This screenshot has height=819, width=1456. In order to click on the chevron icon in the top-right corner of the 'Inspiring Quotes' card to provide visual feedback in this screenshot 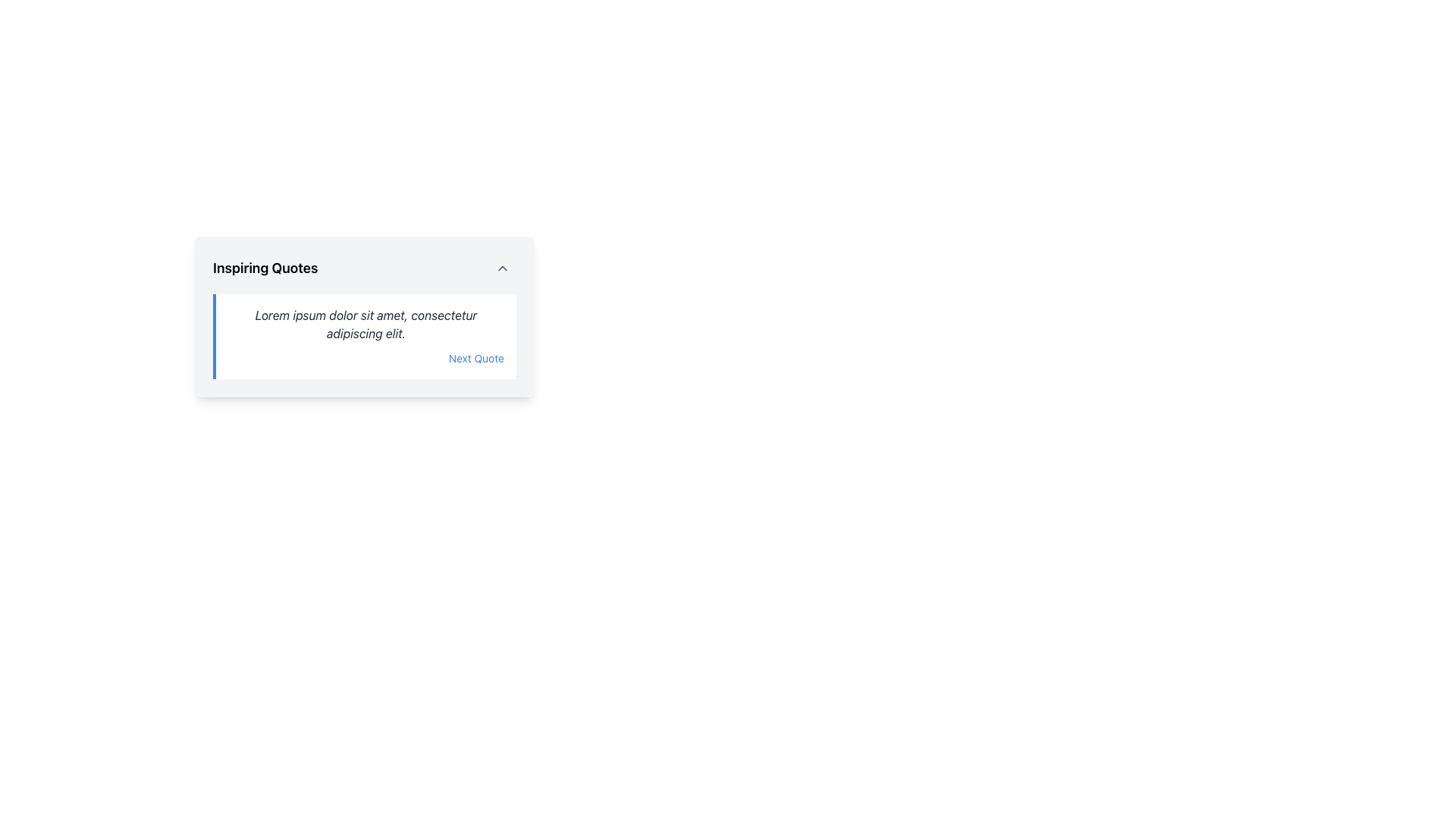, I will do `click(502, 268)`.